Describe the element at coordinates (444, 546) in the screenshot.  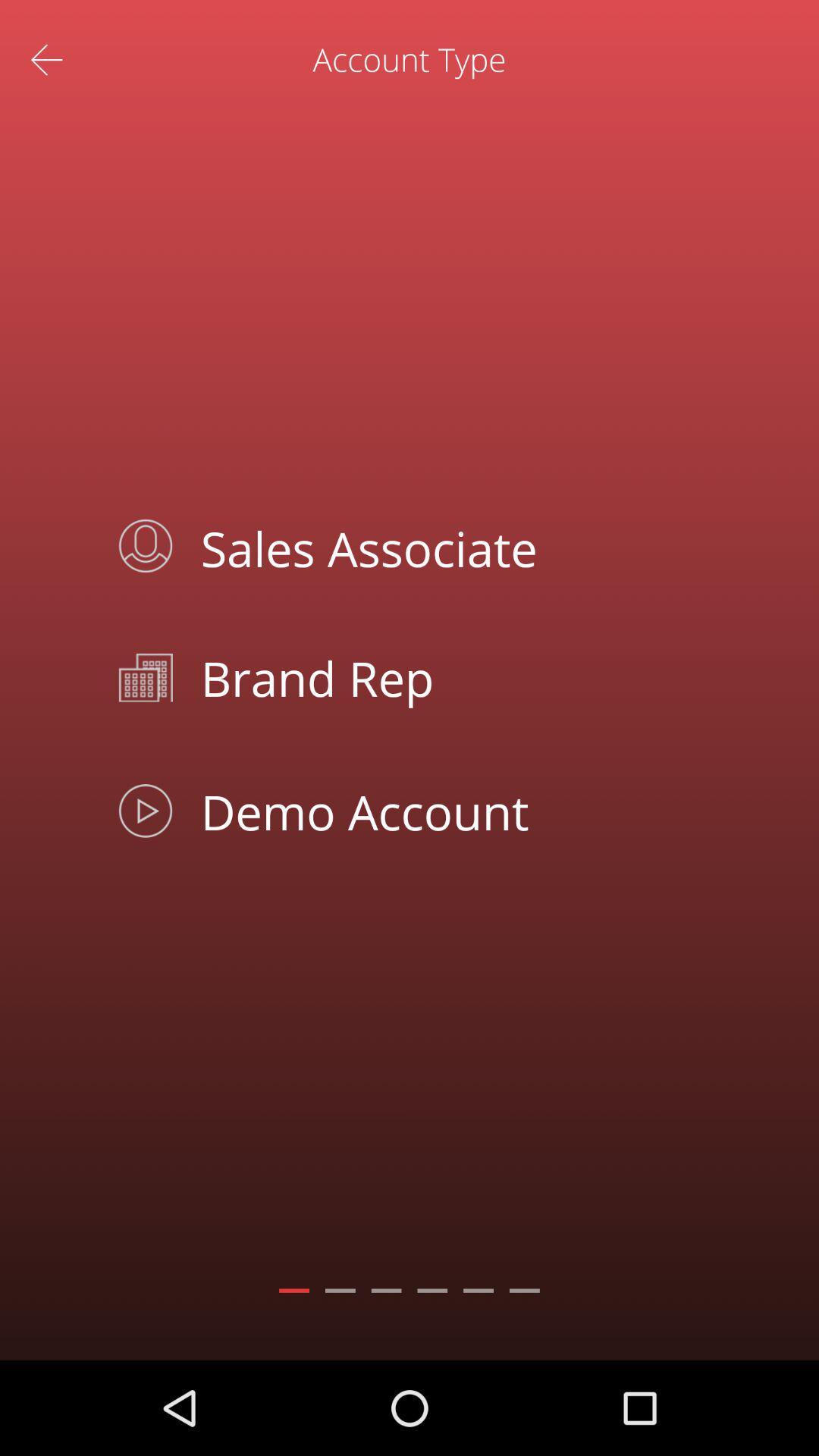
I see `the icon below the account type app` at that location.